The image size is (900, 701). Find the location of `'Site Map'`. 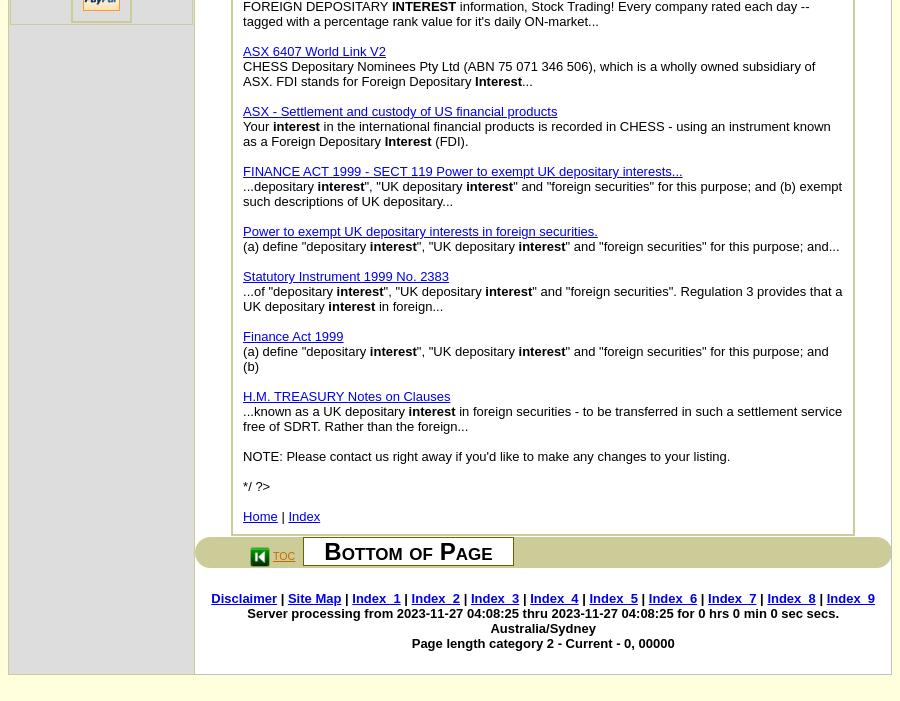

'Site Map' is located at coordinates (313, 598).